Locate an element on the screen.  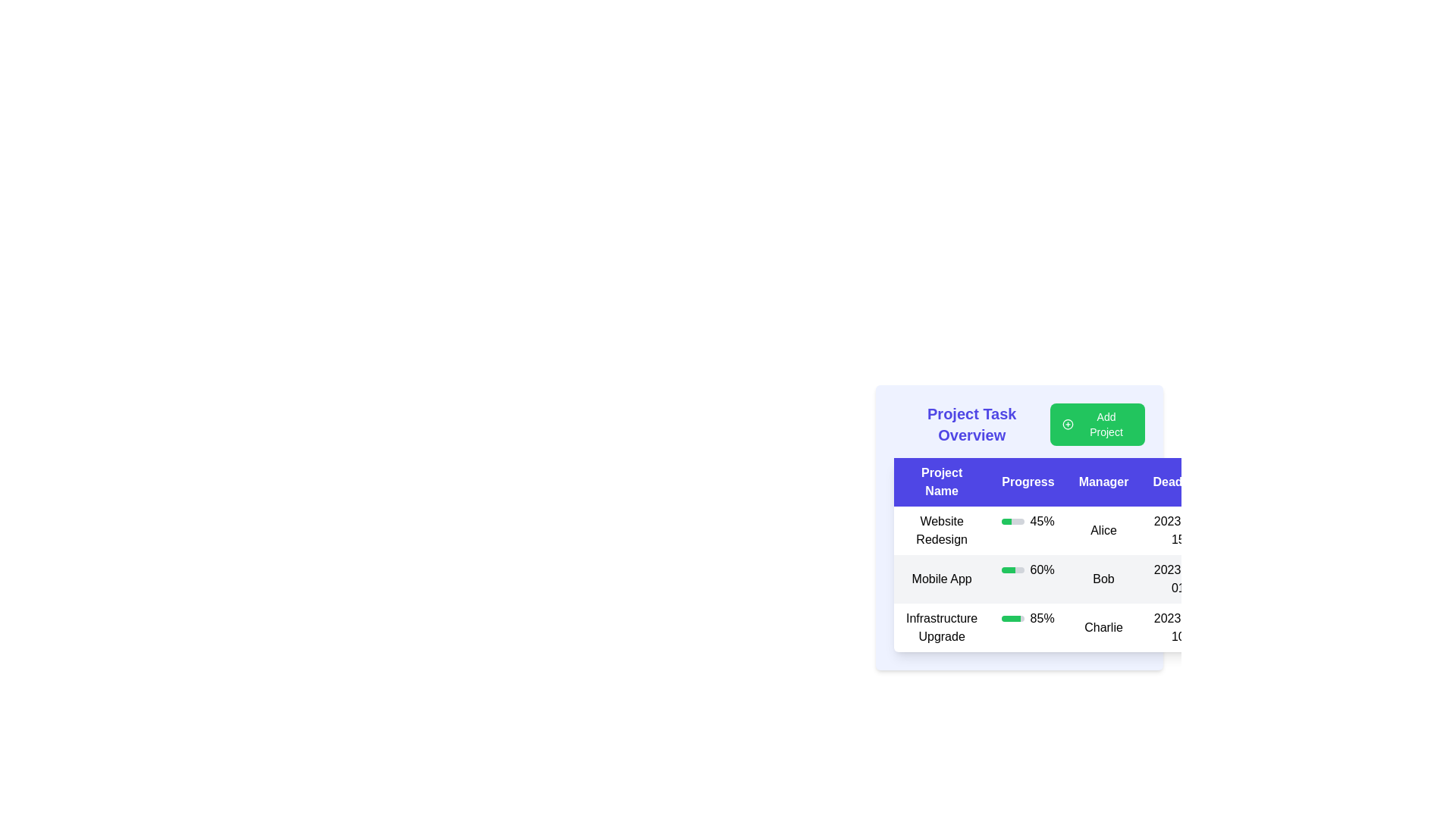
progress value of the 'Website Redesign' project, which is visually represented as 45% complete in the Progress indicator located in the first row of the table is located at coordinates (1028, 520).